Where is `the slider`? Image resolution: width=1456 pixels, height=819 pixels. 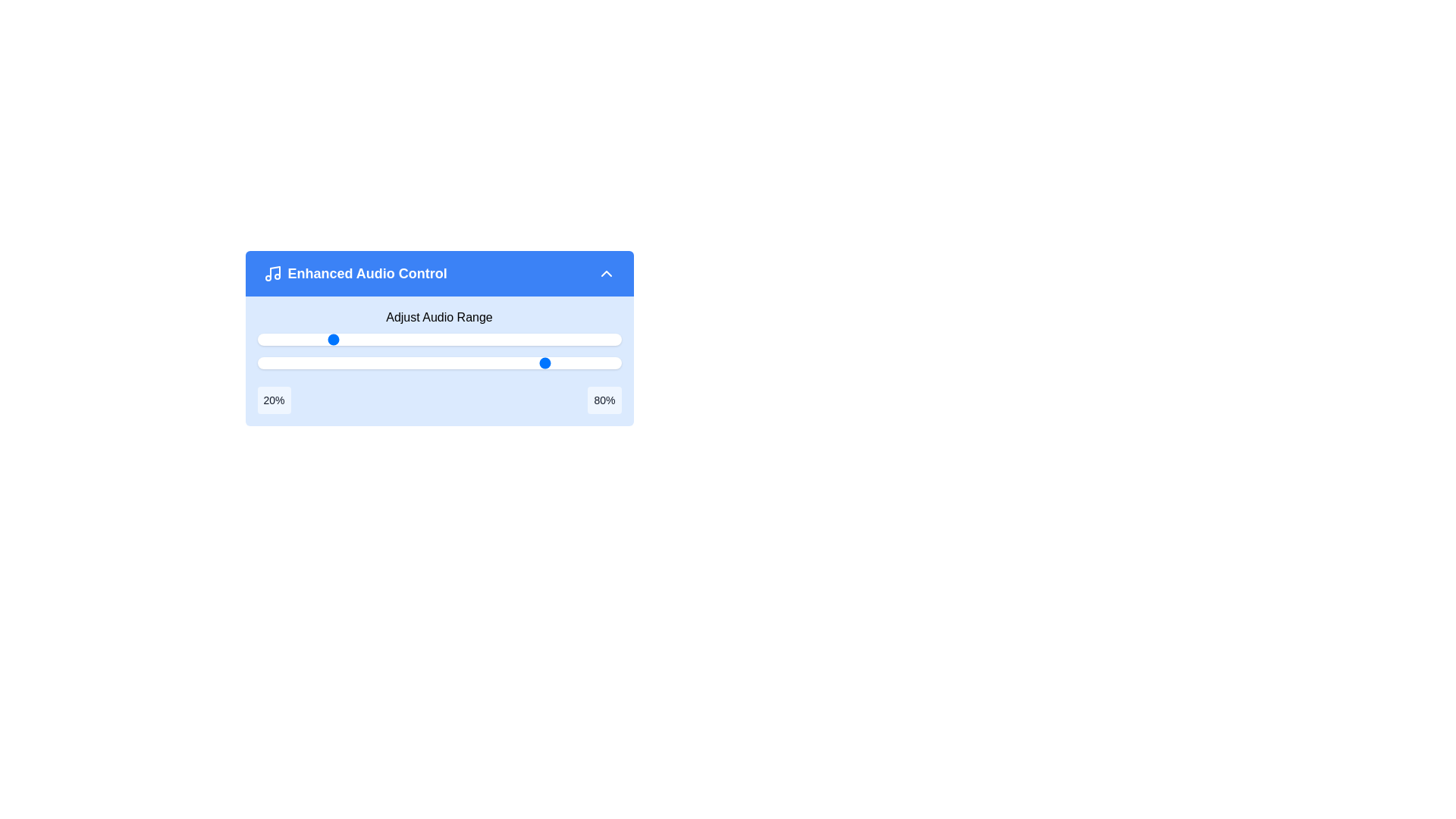
the slider is located at coordinates (271, 362).